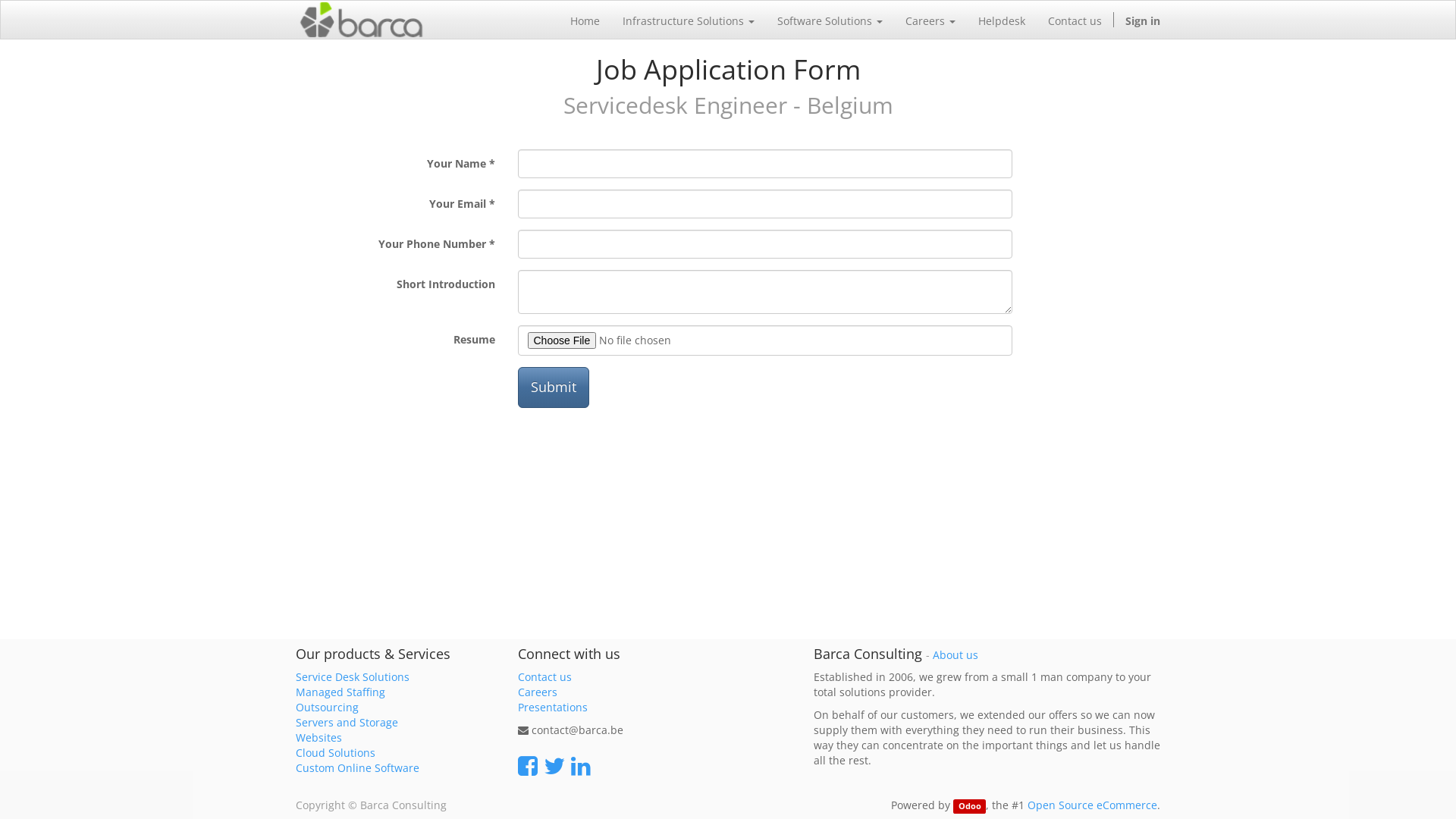 This screenshot has height=819, width=1456. Describe the element at coordinates (1113, 20) in the screenshot. I see `'Sign in'` at that location.